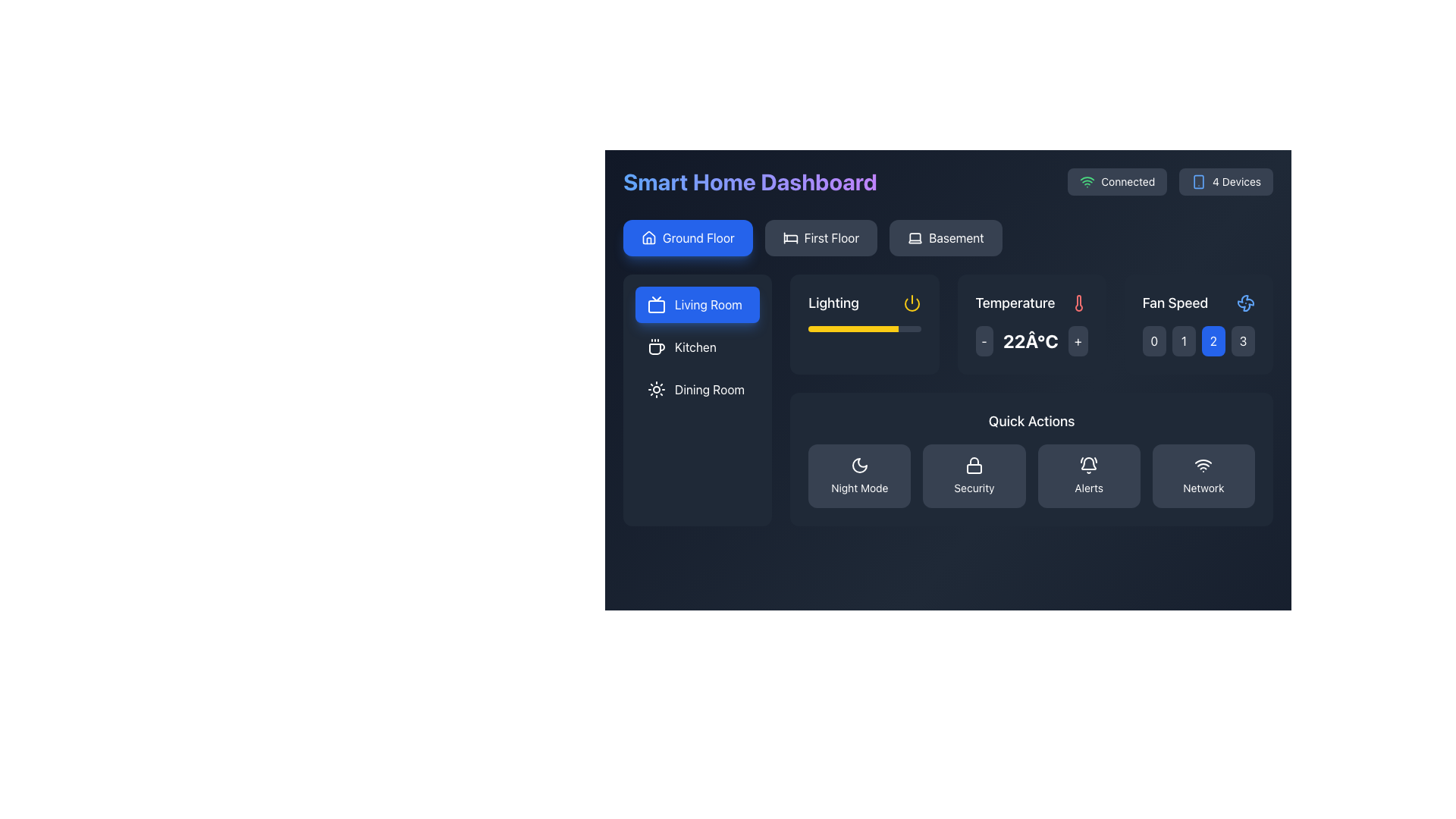 The image size is (1456, 819). I want to click on the house-shaped icon rendered using an SVG graphic located in the 'Ground Floor' button in the navigation bar, so click(648, 237).